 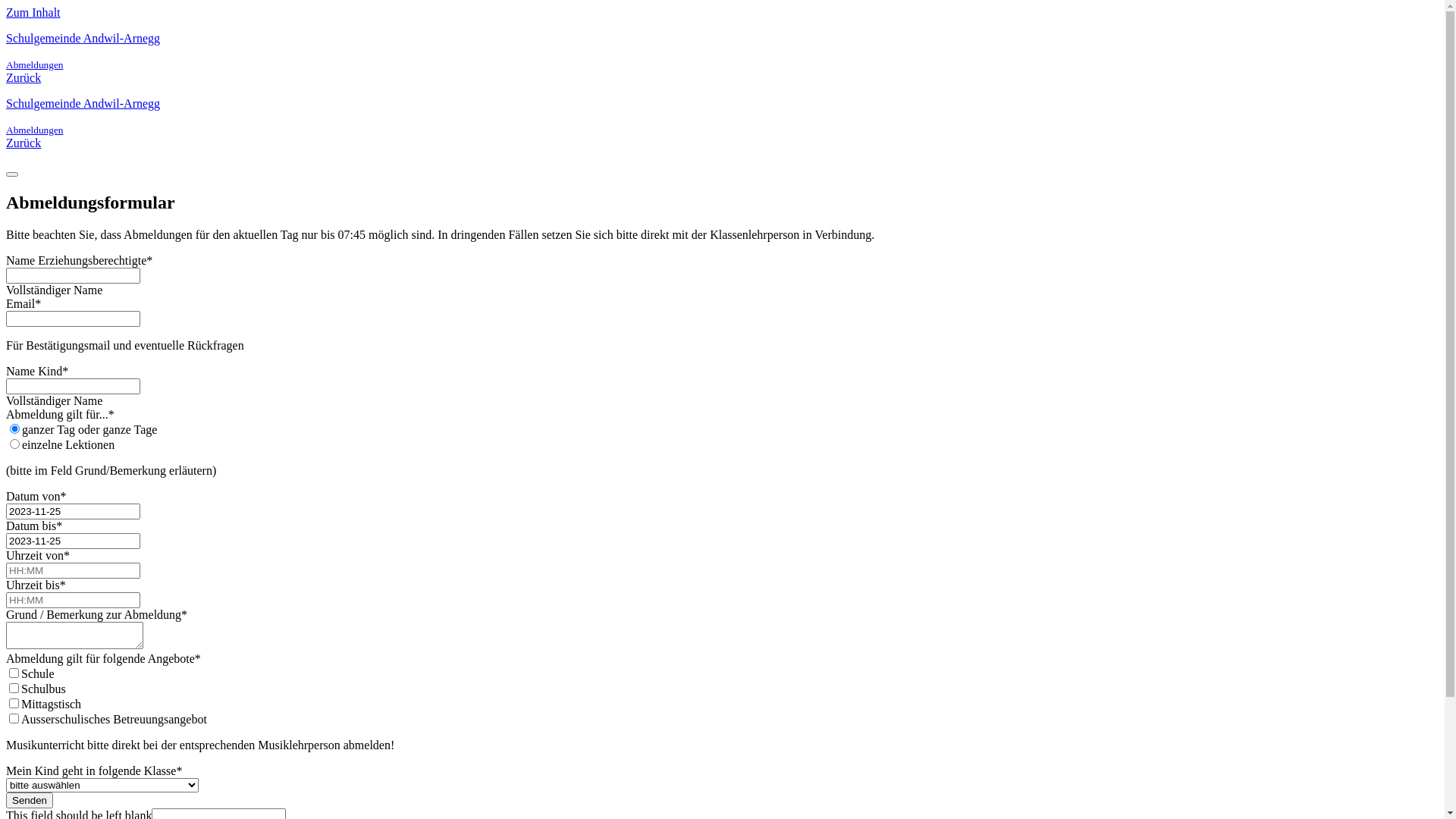 I want to click on 'Zum Inhalt', so click(x=33, y=12).